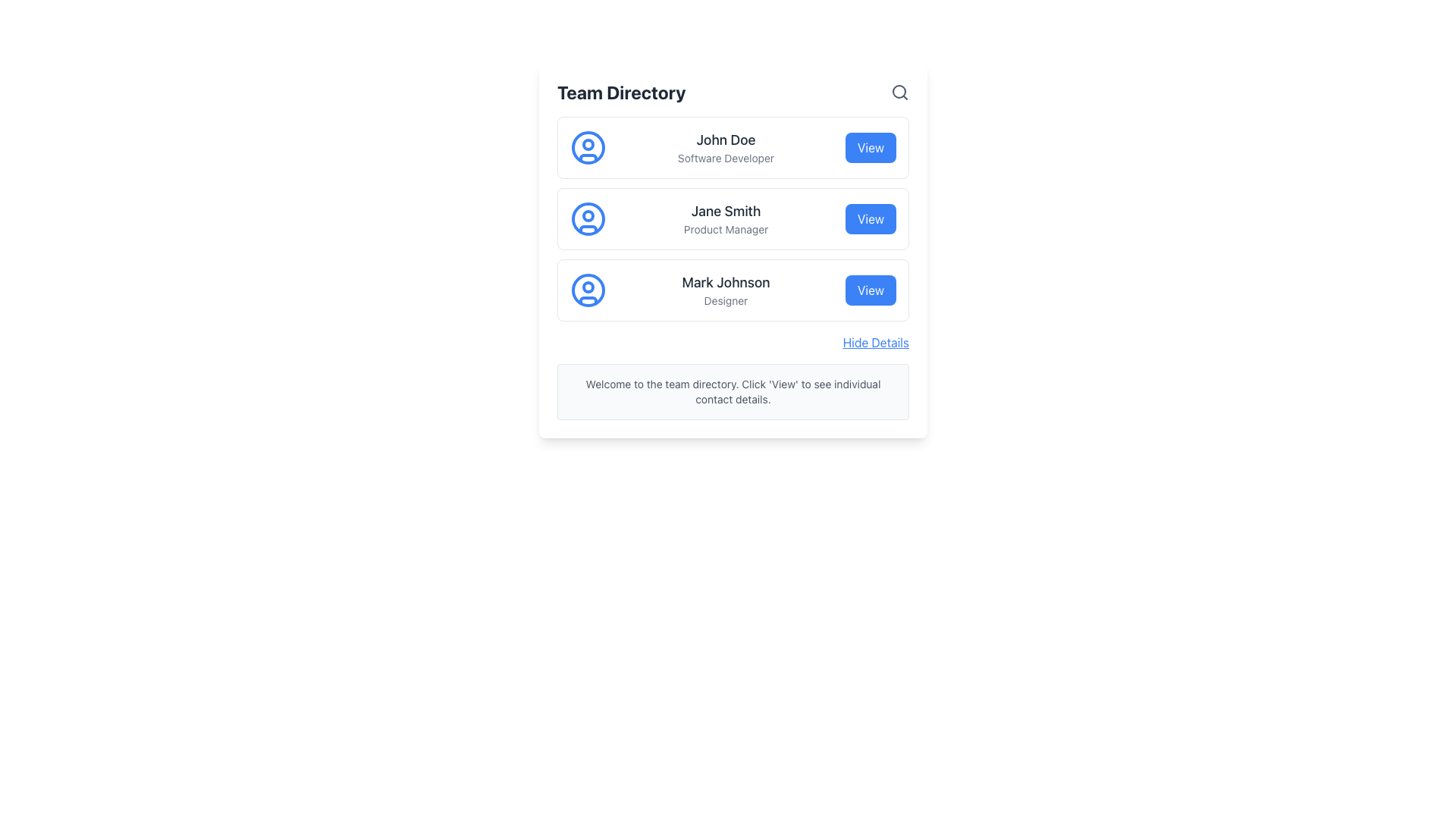  Describe the element at coordinates (588, 145) in the screenshot. I see `the small circular SVG element within the profile avatar of the topmost user in the team directory, which has a blue outline` at that location.